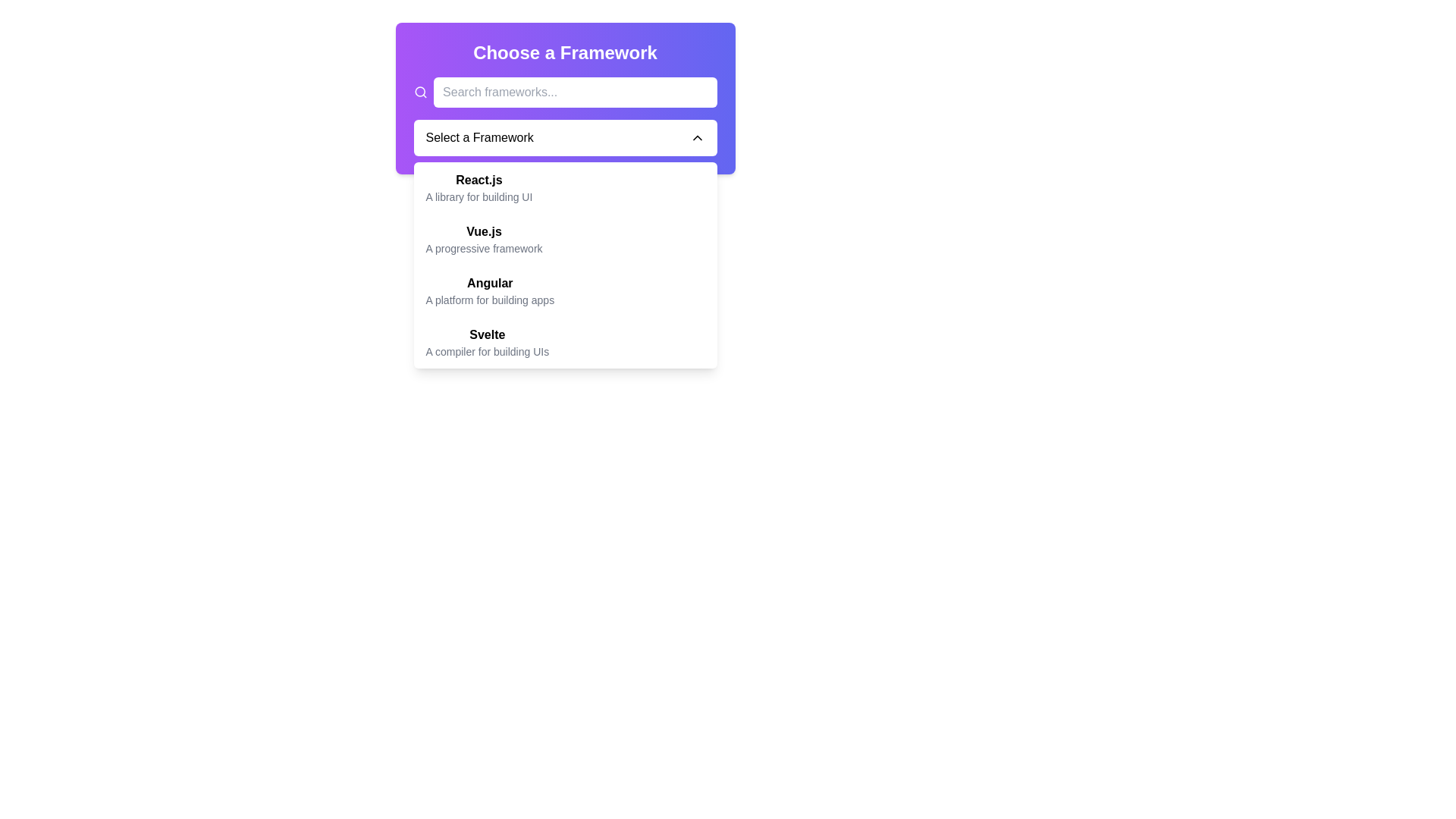  I want to click on the interactive list item labeled 'Svelte' with the description 'A compiler for building UIs', so click(564, 342).